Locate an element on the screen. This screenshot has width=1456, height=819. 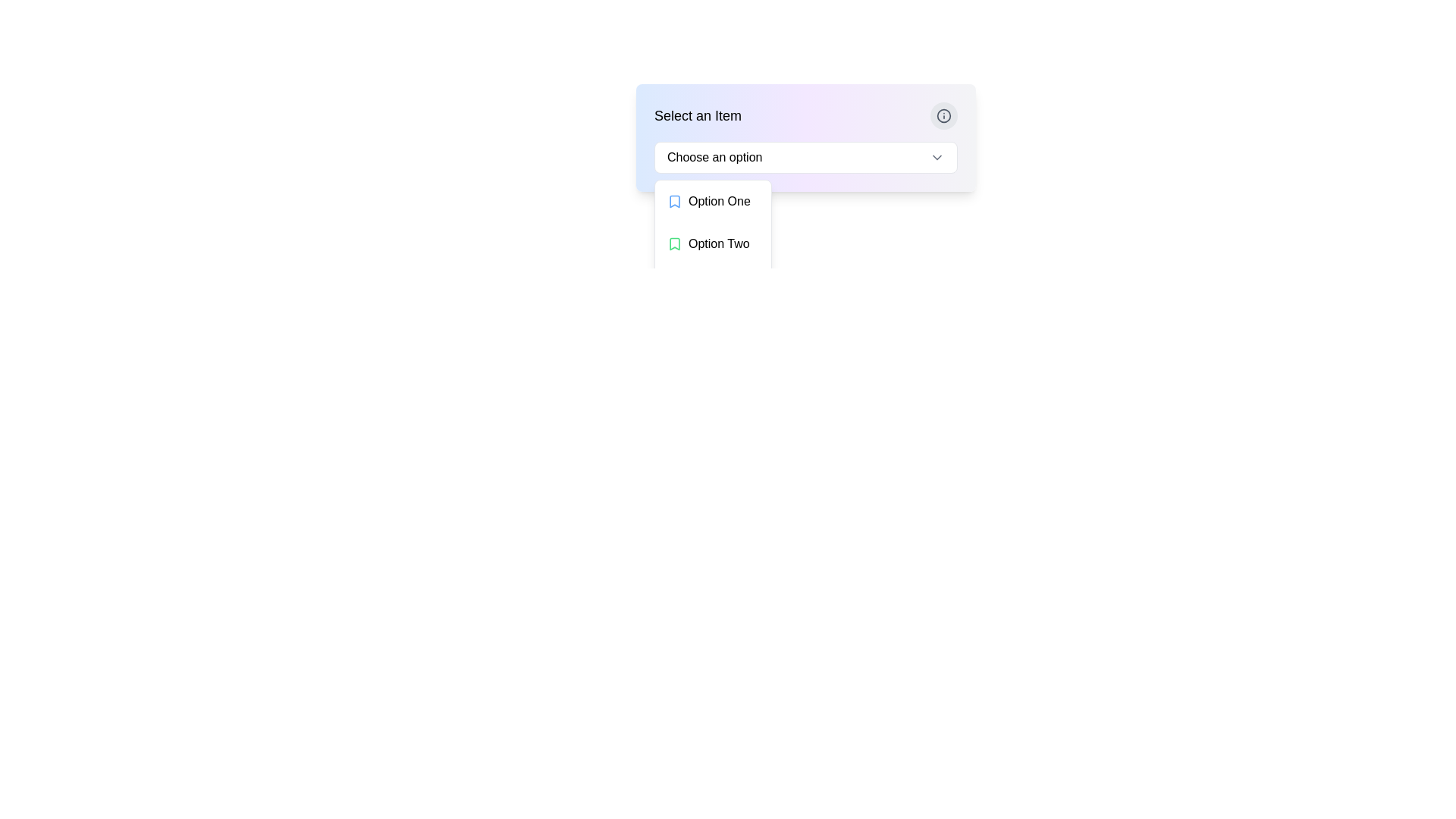
the text label 'Option One' located in the dropdown list next to the bookmark icon, which is the first selectable option is located at coordinates (718, 201).